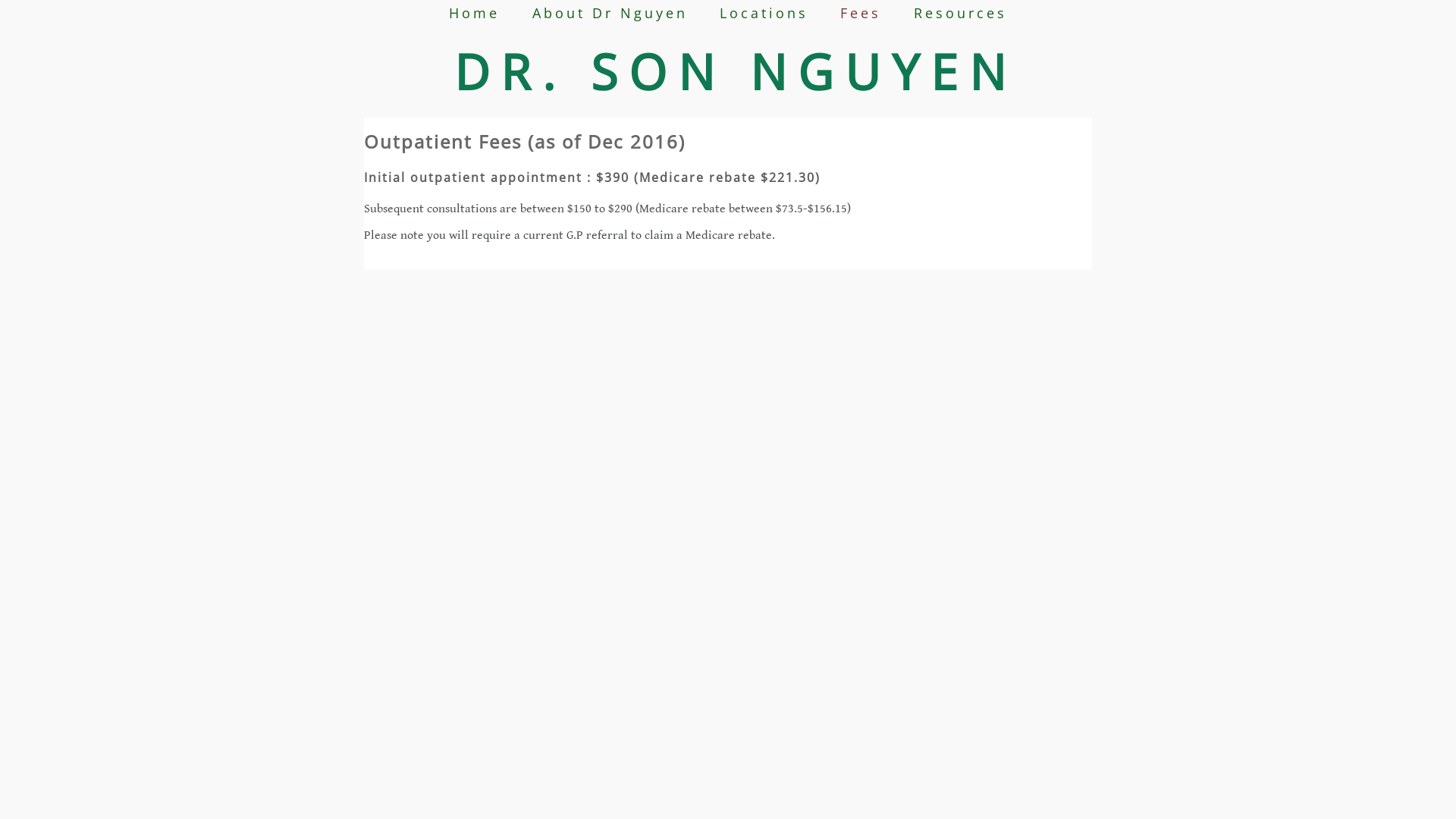 The width and height of the screenshot is (1456, 819). I want to click on 'Fees', so click(860, 12).